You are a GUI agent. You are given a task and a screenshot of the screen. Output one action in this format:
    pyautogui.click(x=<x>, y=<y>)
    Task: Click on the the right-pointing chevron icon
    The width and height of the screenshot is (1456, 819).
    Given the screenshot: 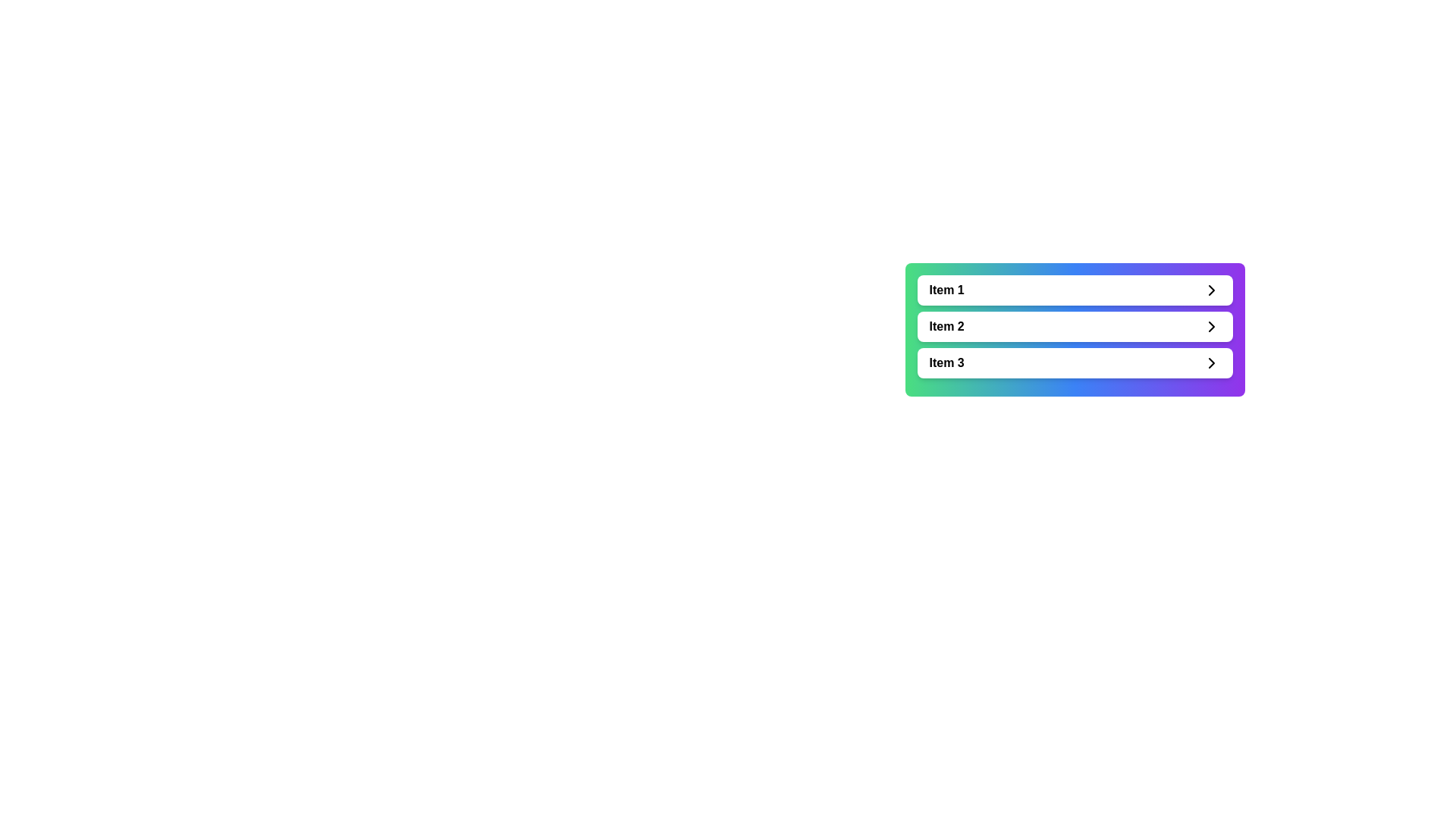 What is the action you would take?
    pyautogui.click(x=1210, y=290)
    